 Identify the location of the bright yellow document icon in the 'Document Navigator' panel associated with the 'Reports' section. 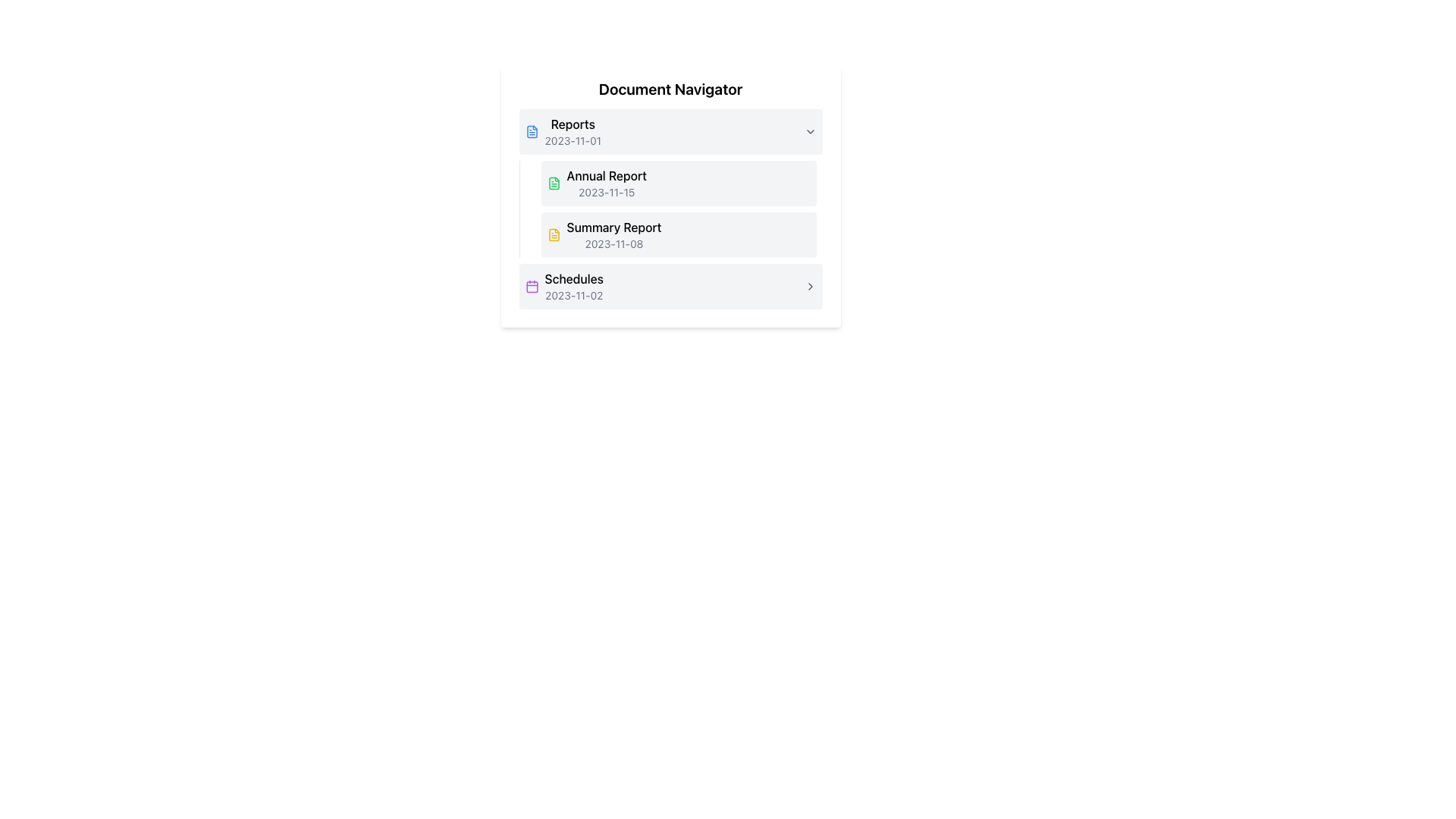
(553, 234).